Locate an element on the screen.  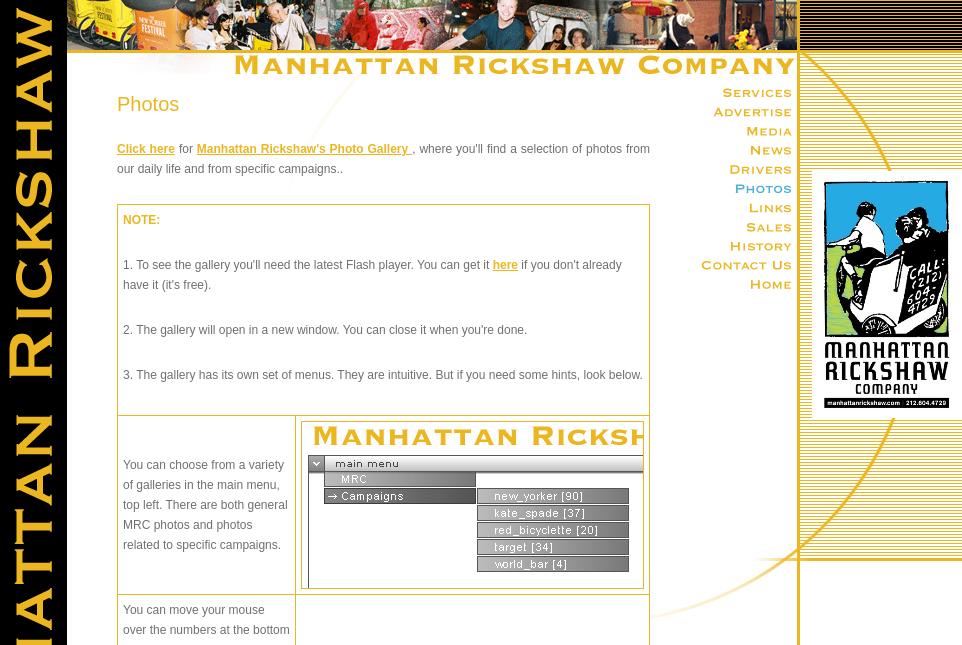
'1. To see the gallery you'll need the
                        latest Flash player. You can get it' is located at coordinates (122, 264).